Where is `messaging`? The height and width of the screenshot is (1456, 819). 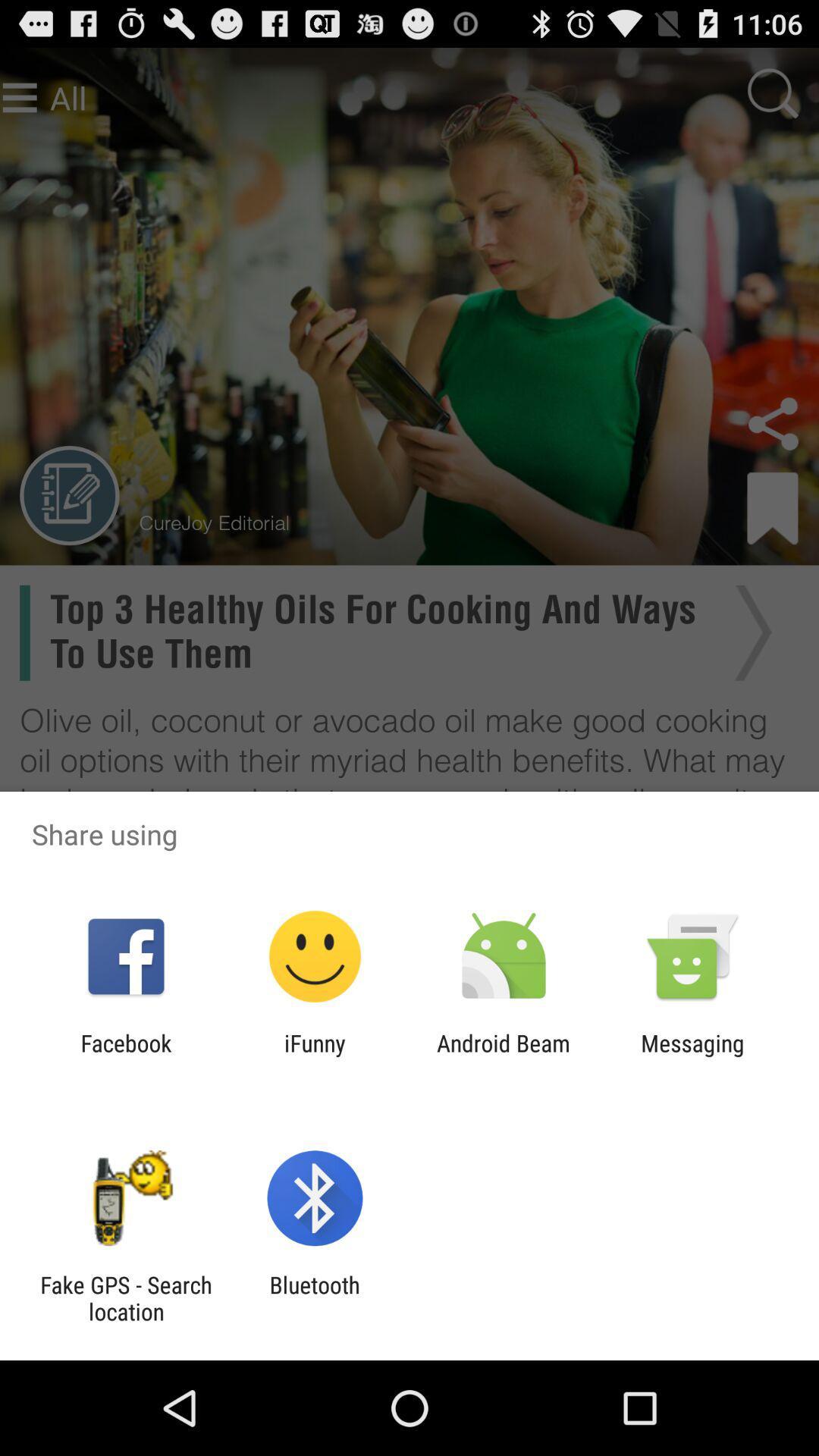
messaging is located at coordinates (692, 1056).